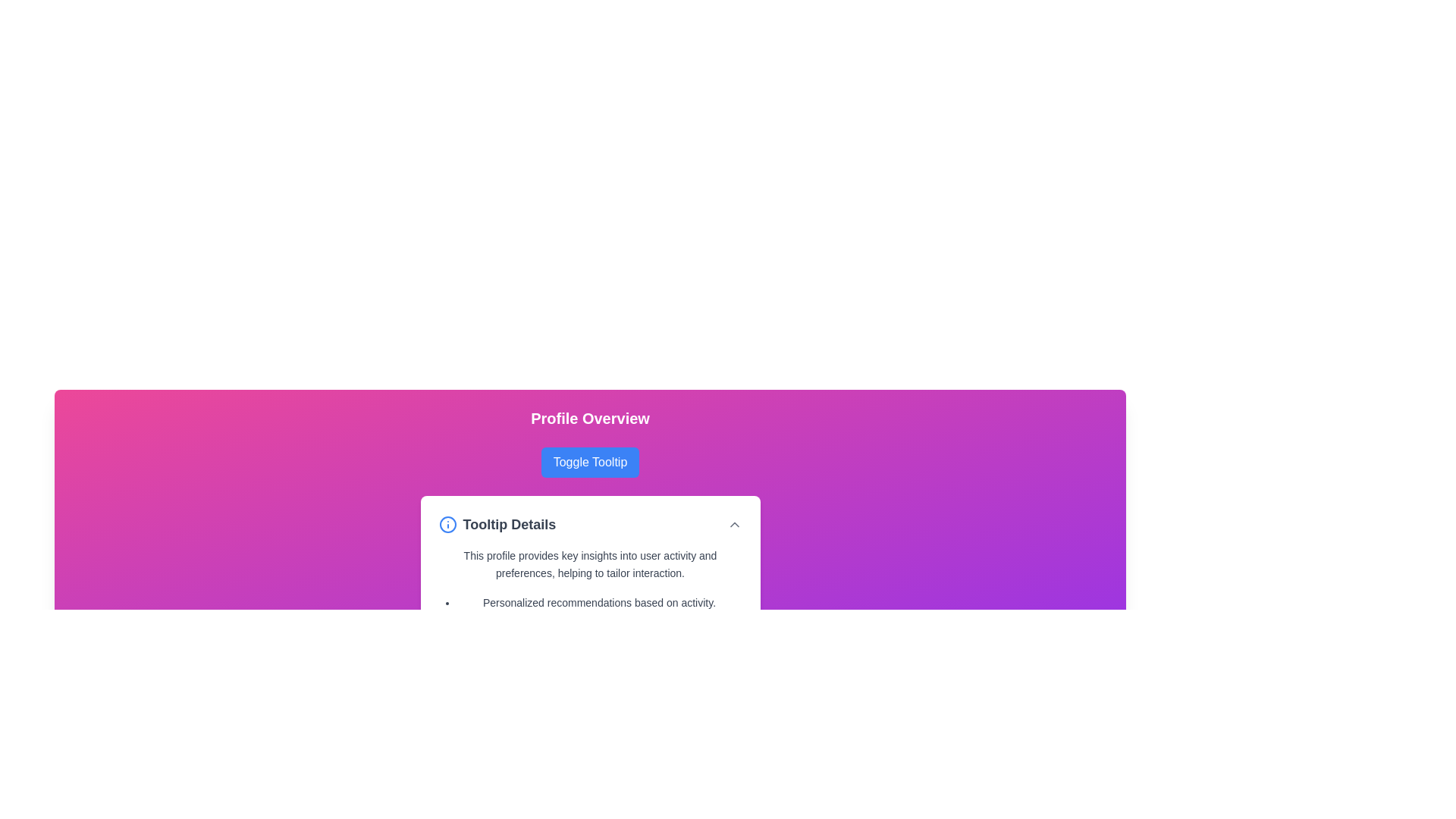  What do you see at coordinates (598, 601) in the screenshot?
I see `text element that contains 'Personalized recommendations based on activity.' which is the first item in the bulleted list of the 'Tooltip Details' section` at bounding box center [598, 601].